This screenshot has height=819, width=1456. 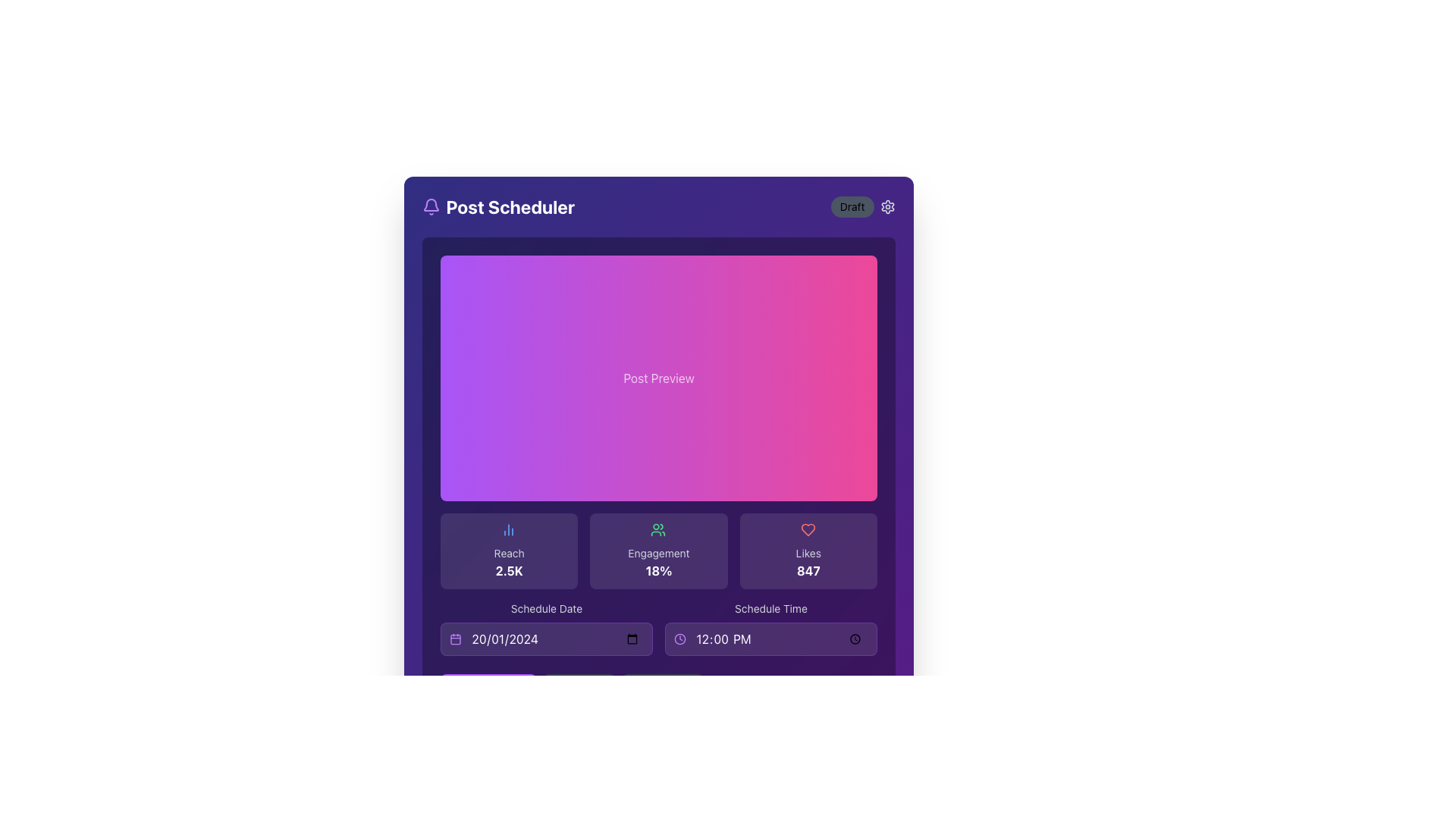 I want to click on the metrics displayed on the 'Reach' informative card, which shows the value '2.5K' in bold white font and is styled with a dark background and a bar chart icon, so click(x=509, y=551).